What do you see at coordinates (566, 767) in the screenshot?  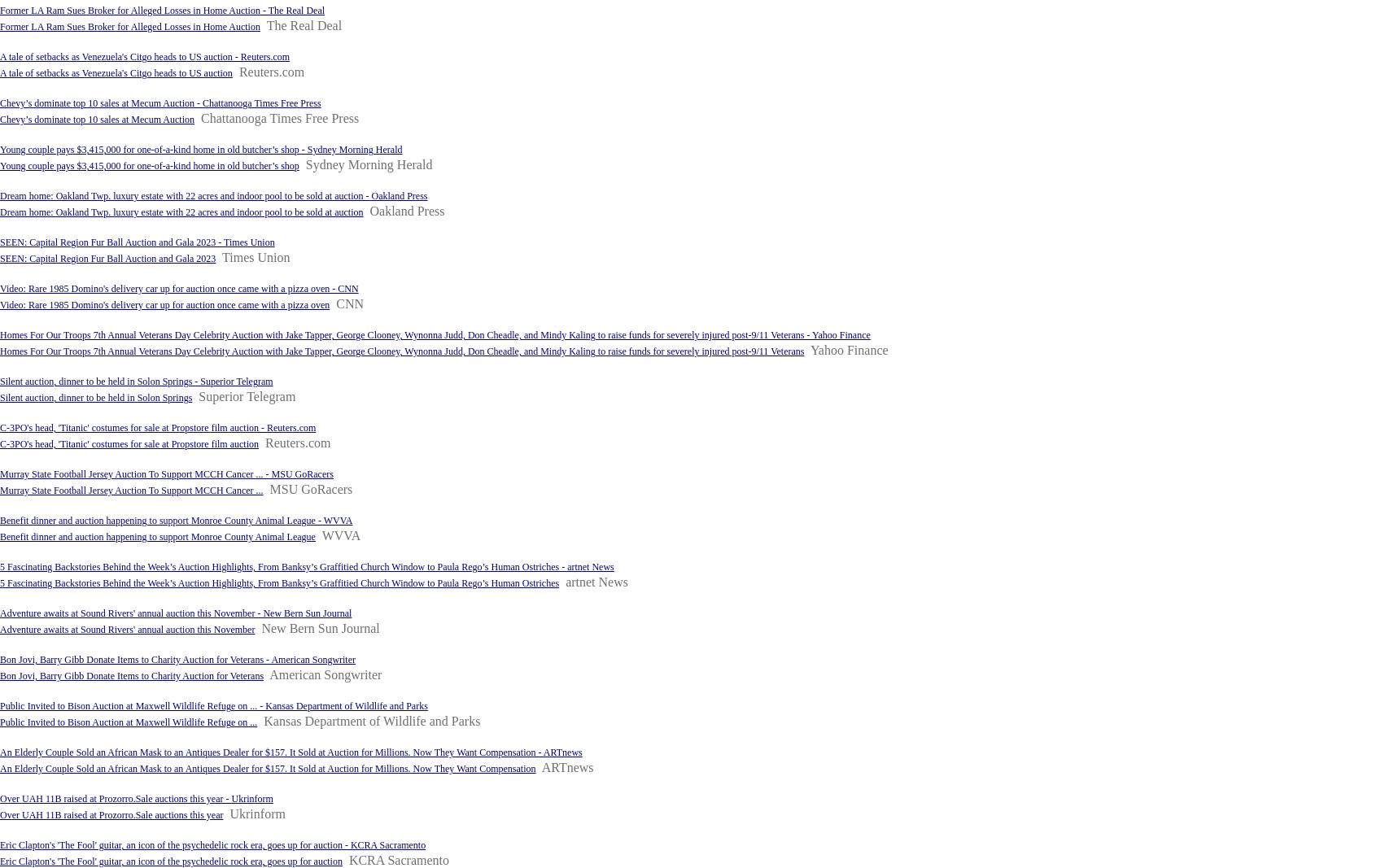 I see `'ARTnews'` at bounding box center [566, 767].